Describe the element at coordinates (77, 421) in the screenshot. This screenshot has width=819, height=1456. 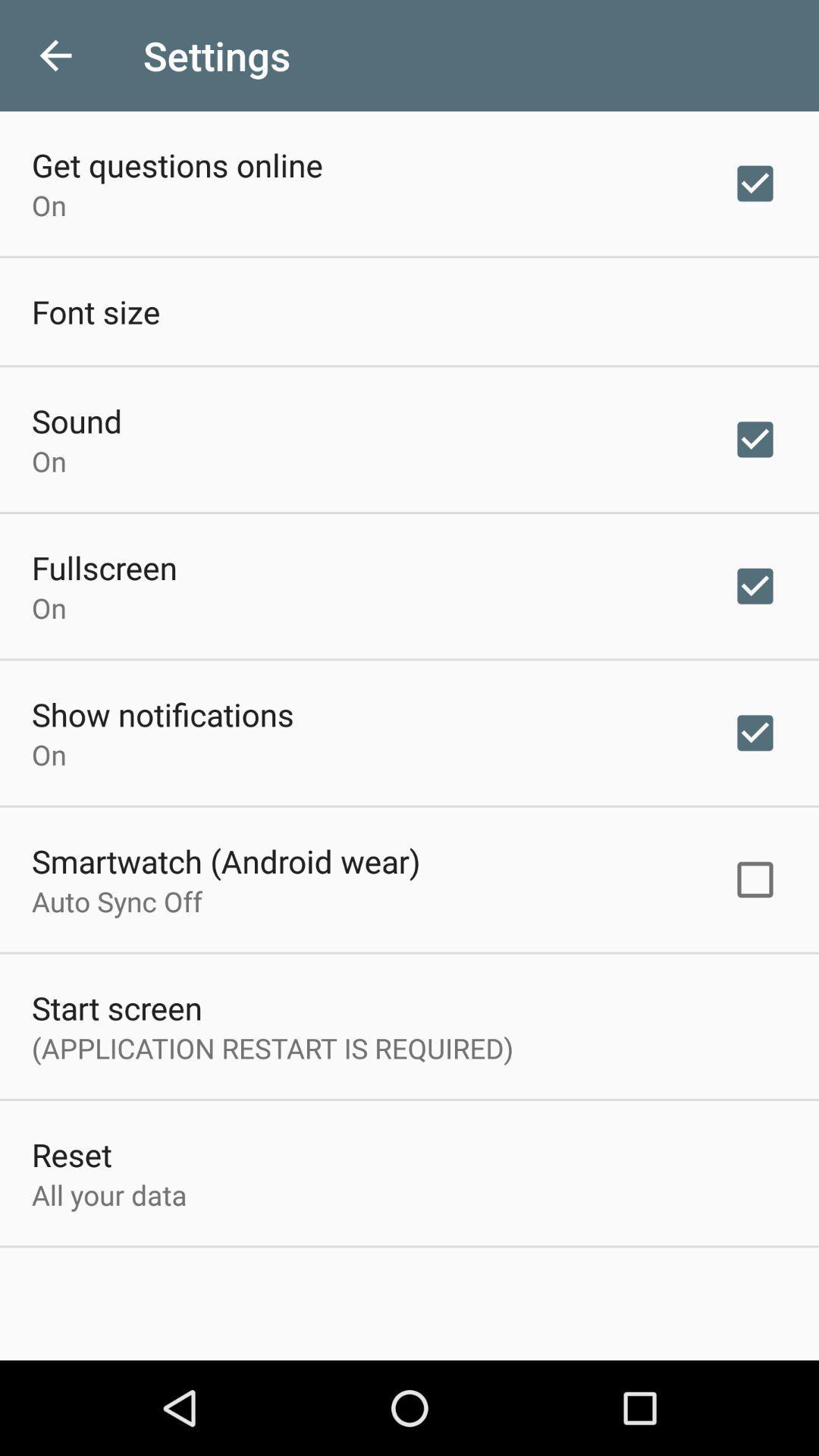
I see `the icon below font size icon` at that location.